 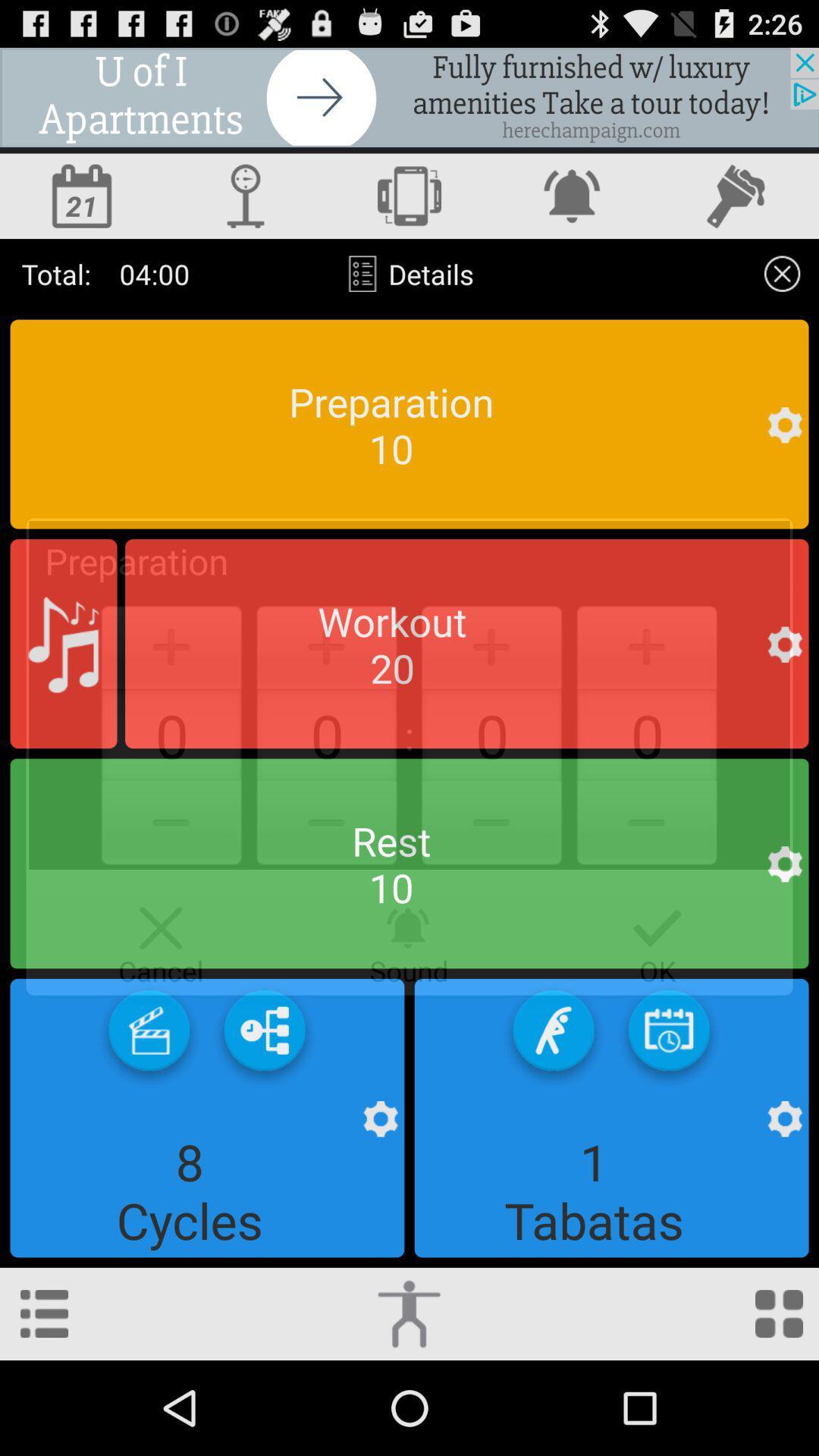 What do you see at coordinates (573, 209) in the screenshot?
I see `the notifications icon` at bounding box center [573, 209].